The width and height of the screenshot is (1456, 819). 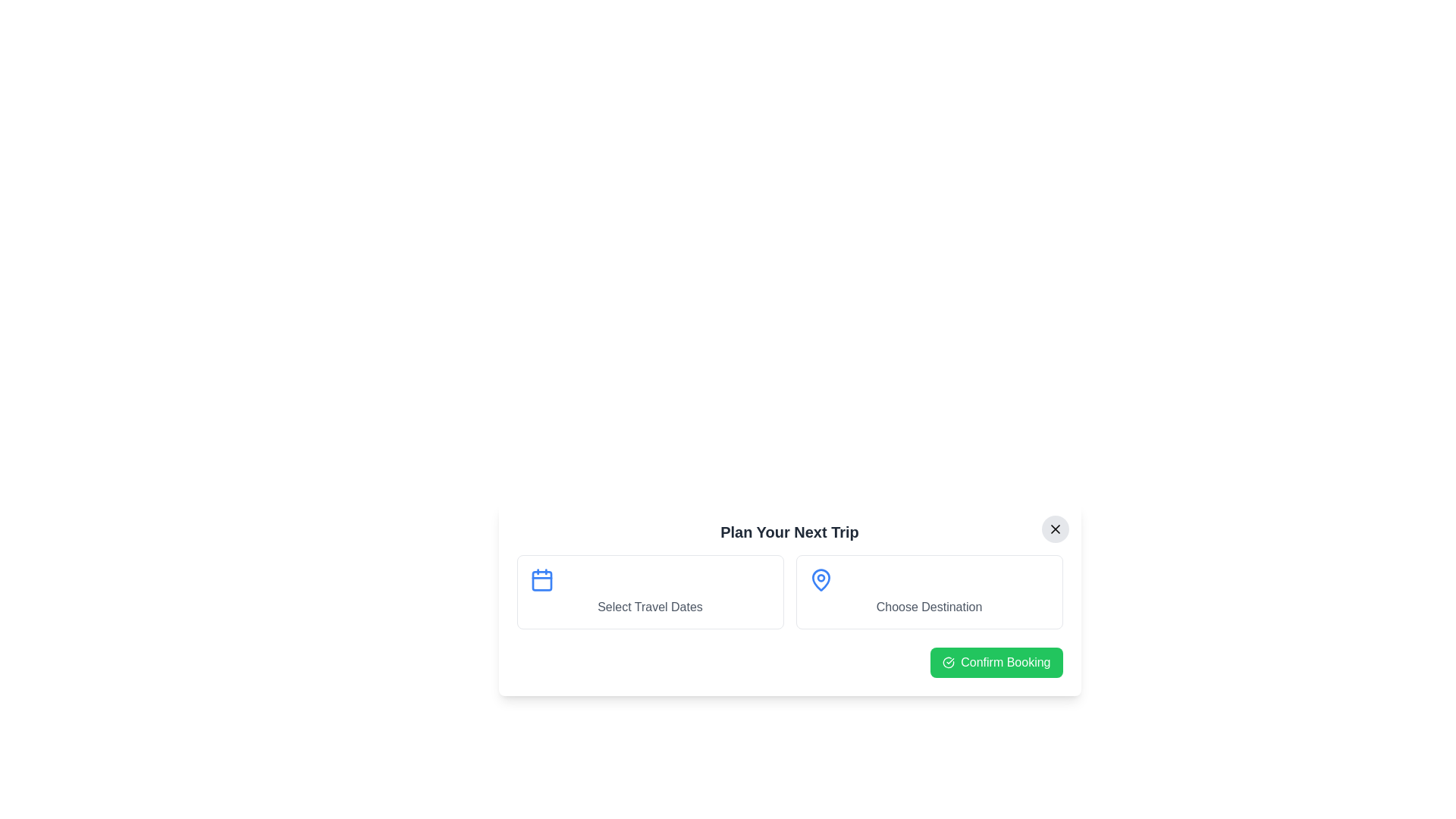 I want to click on the 'Choose Destination' card to select the destination, so click(x=928, y=591).